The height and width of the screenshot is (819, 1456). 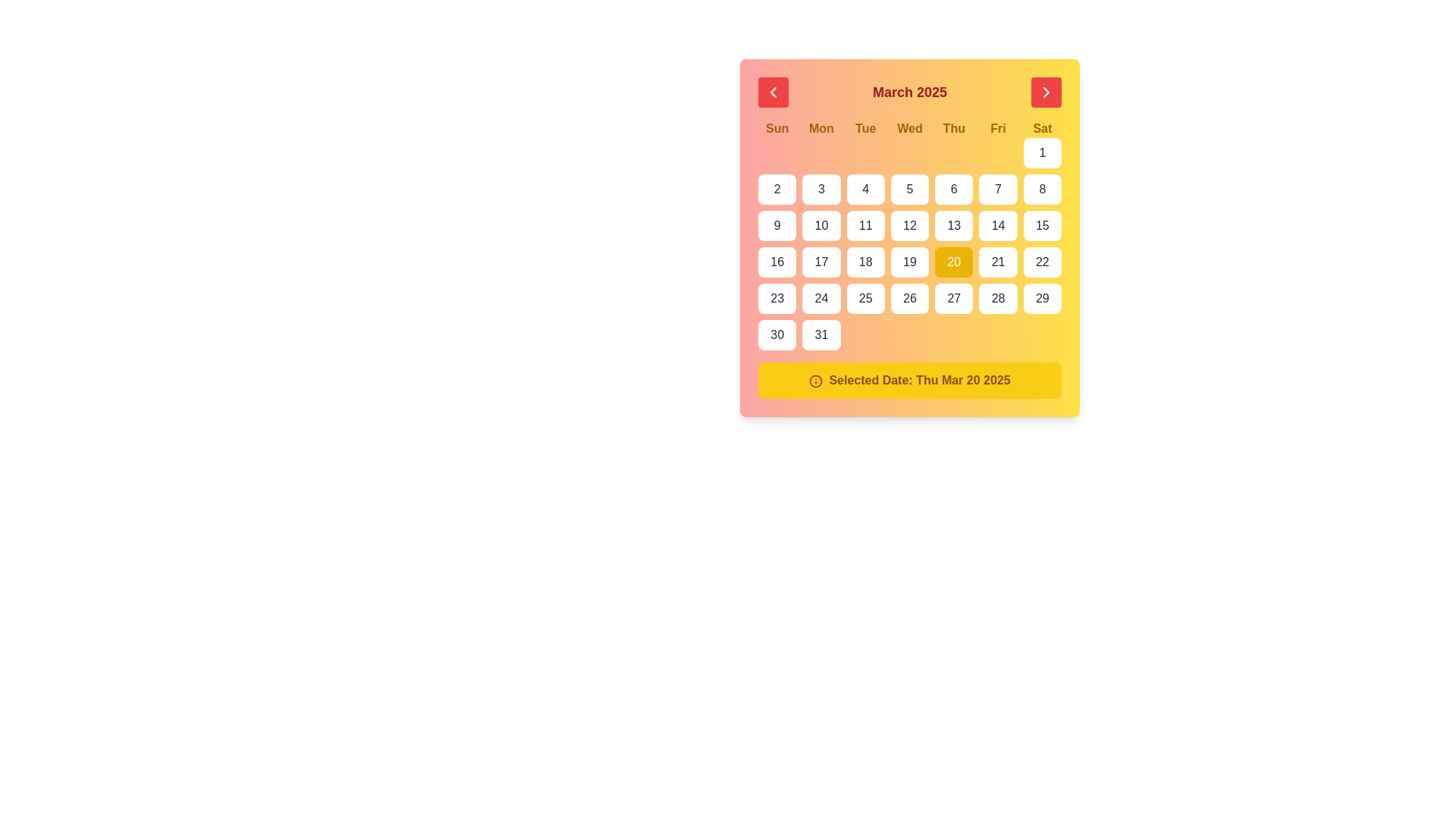 I want to click on the text label displaying 'Mon' in bold yellow font, which is located in the top section of a calendar interface as the second item in the row of seven days, so click(x=821, y=127).